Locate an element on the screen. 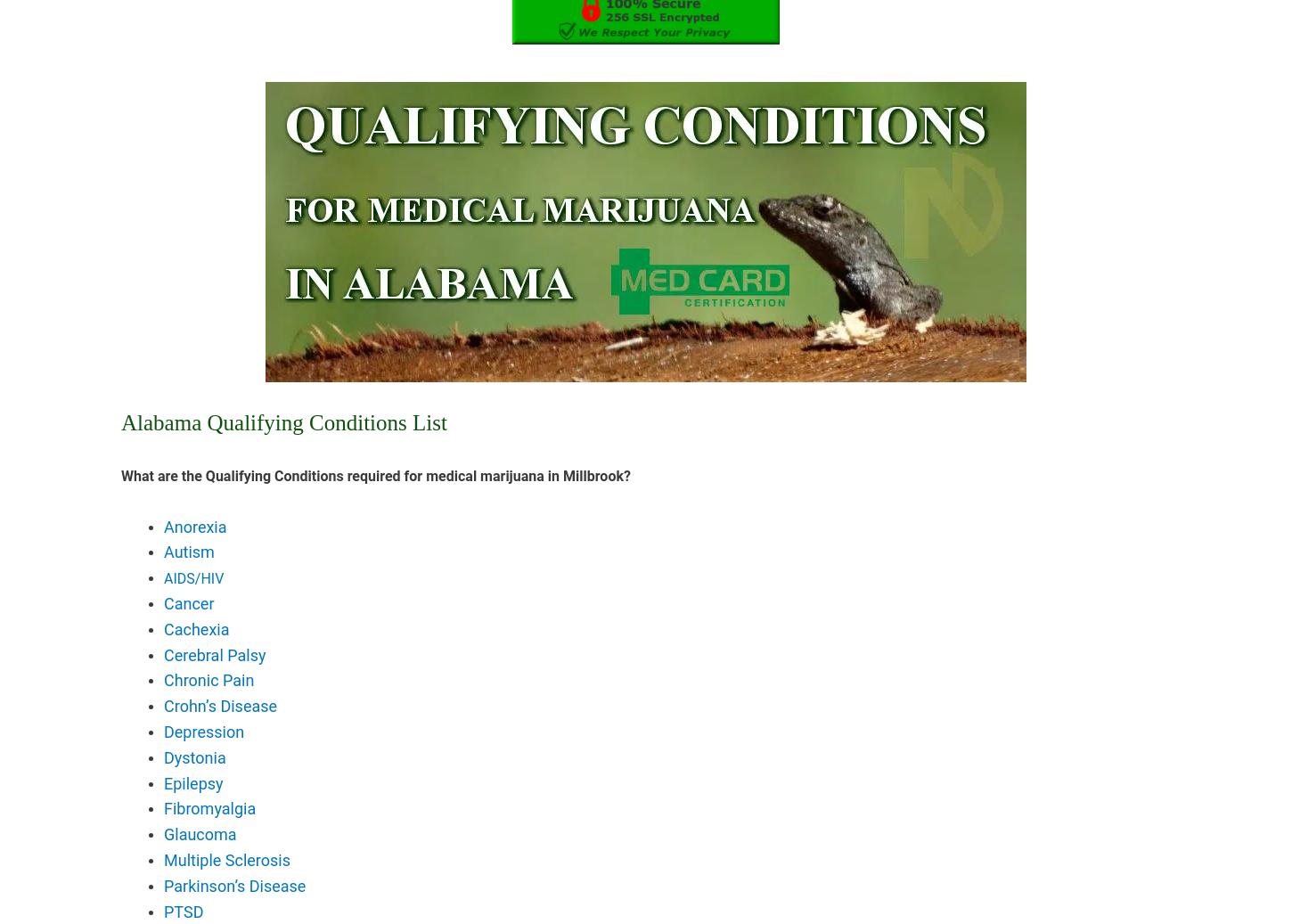 This screenshot has width=1292, height=924. 'Anorexia' is located at coordinates (163, 526).